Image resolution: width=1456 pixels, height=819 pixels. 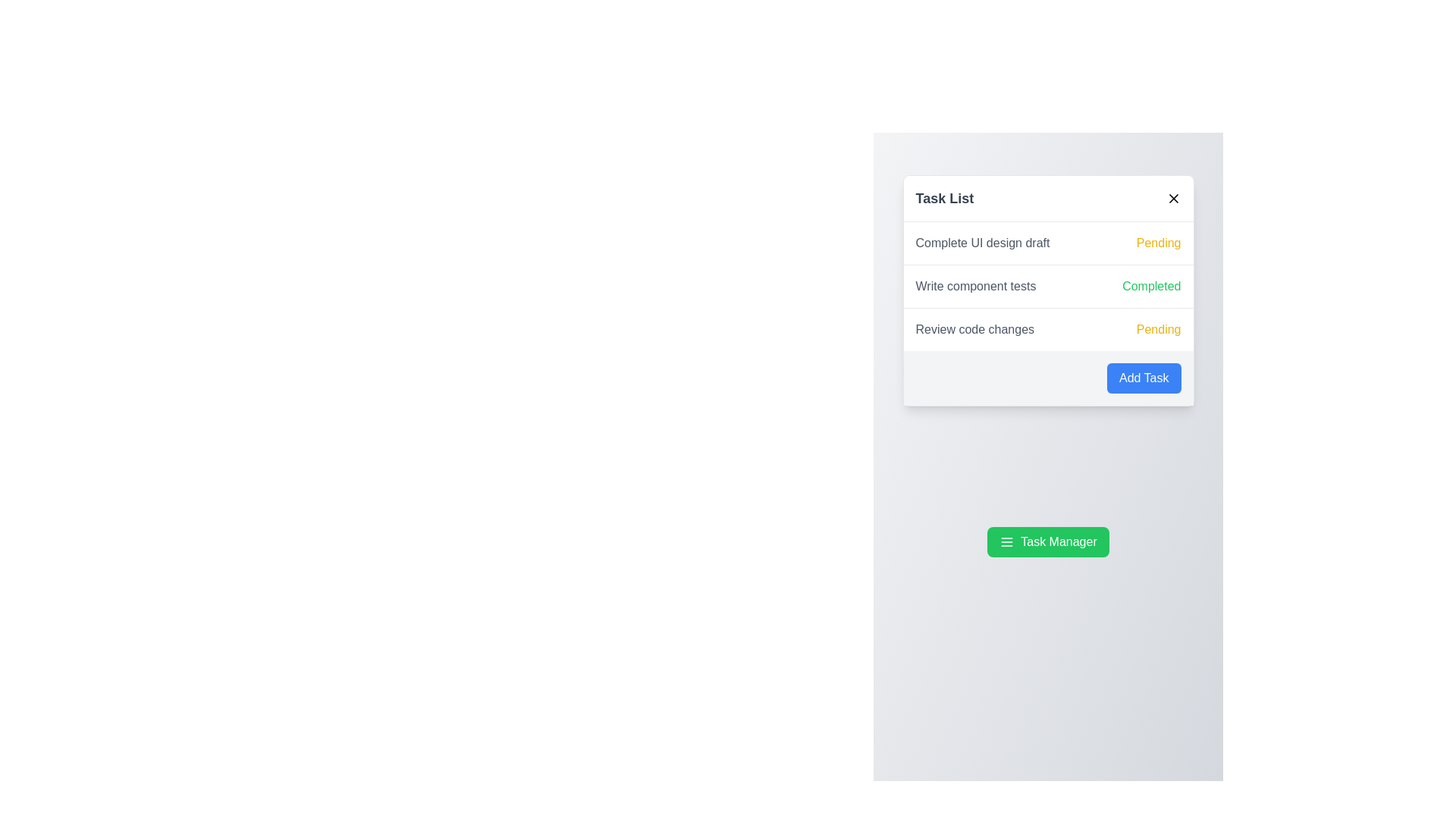 What do you see at coordinates (975, 287) in the screenshot?
I see `text label that describes the task 'Write component tests', located in the 'Task List' box, specifically in the second row of tasks` at bounding box center [975, 287].